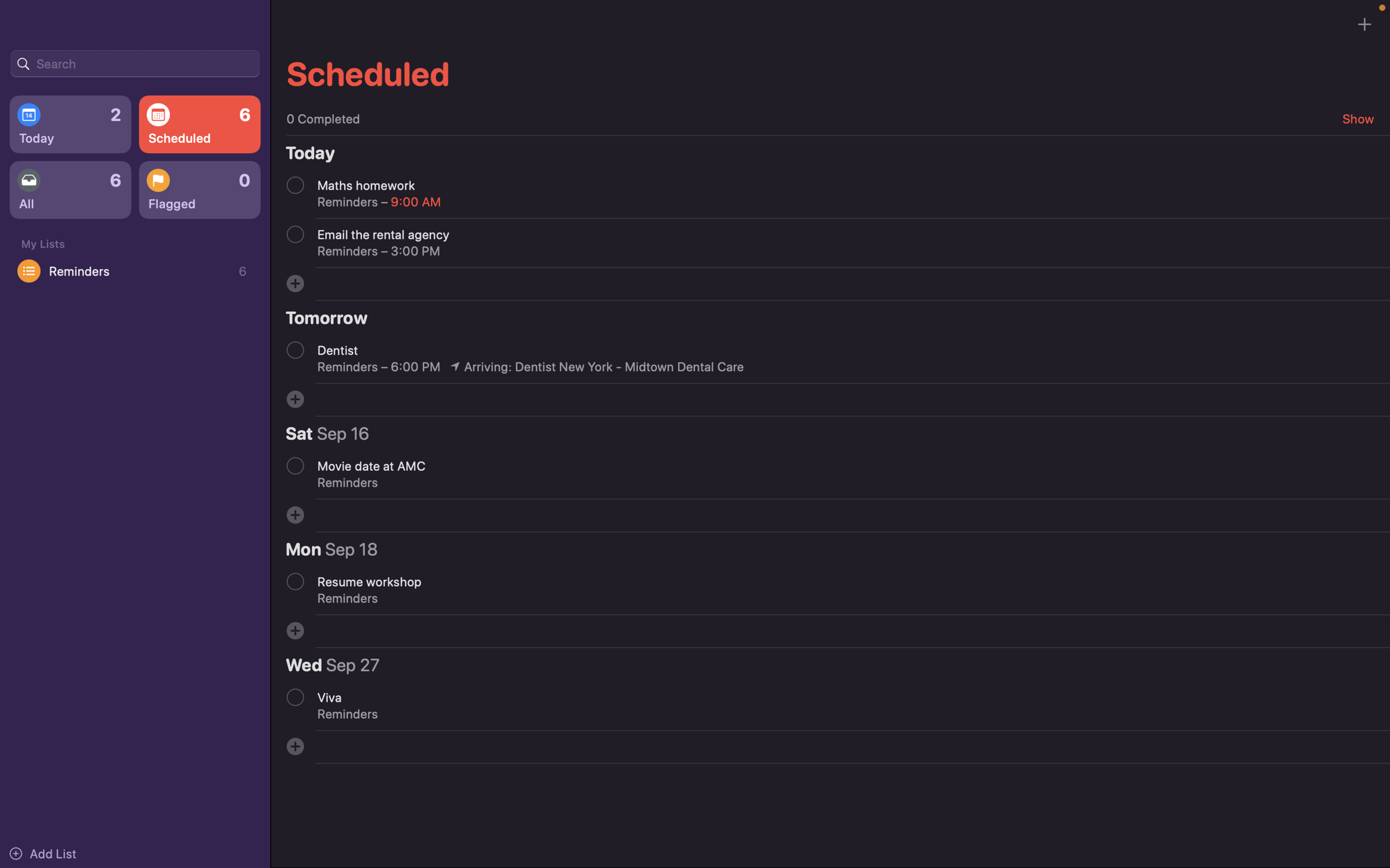 This screenshot has height=868, width=1390. I want to click on Add a new event "Project deadline", so click(295, 282).